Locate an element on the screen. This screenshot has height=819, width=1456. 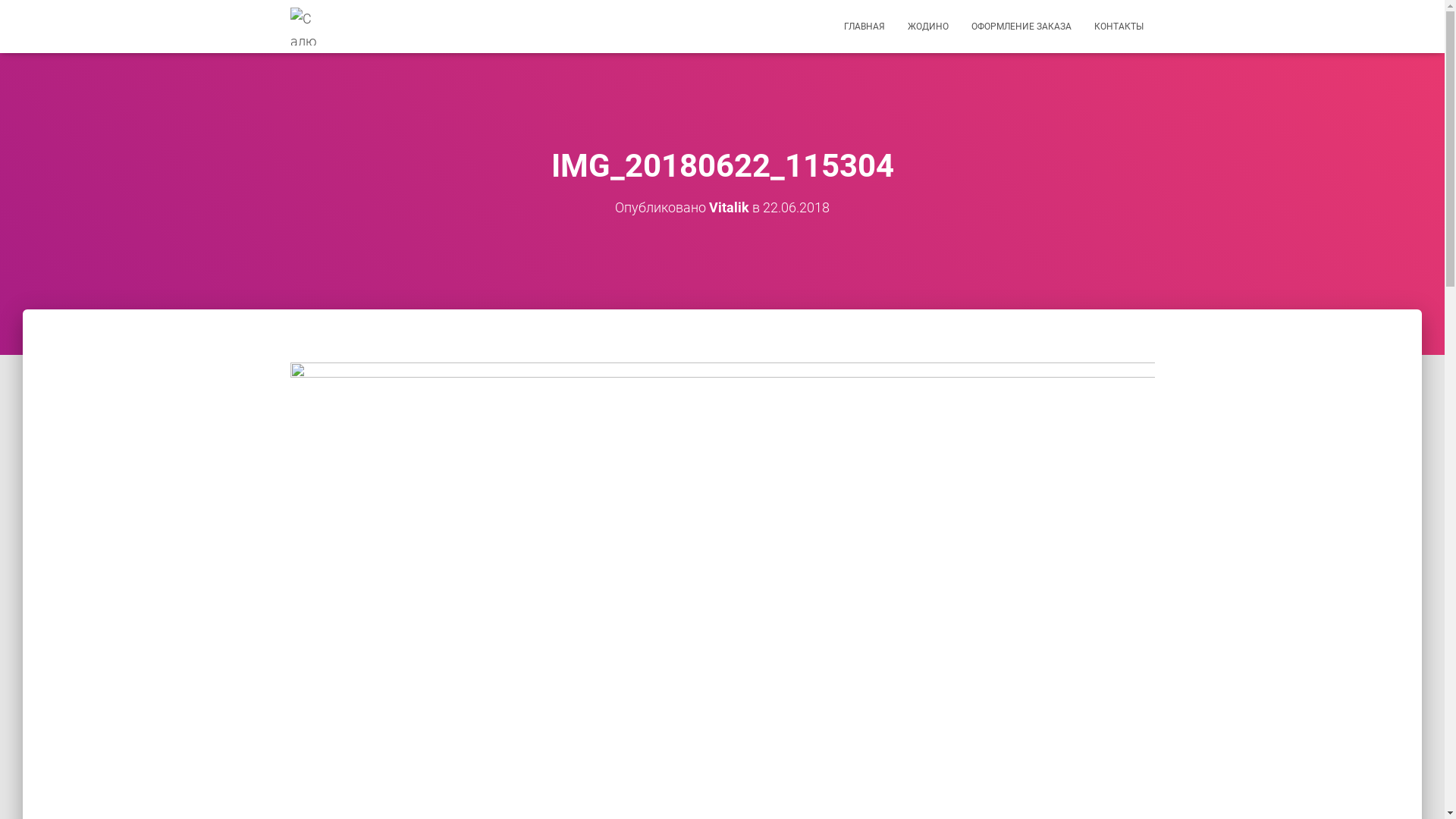
'Vitalik' is located at coordinates (729, 207).